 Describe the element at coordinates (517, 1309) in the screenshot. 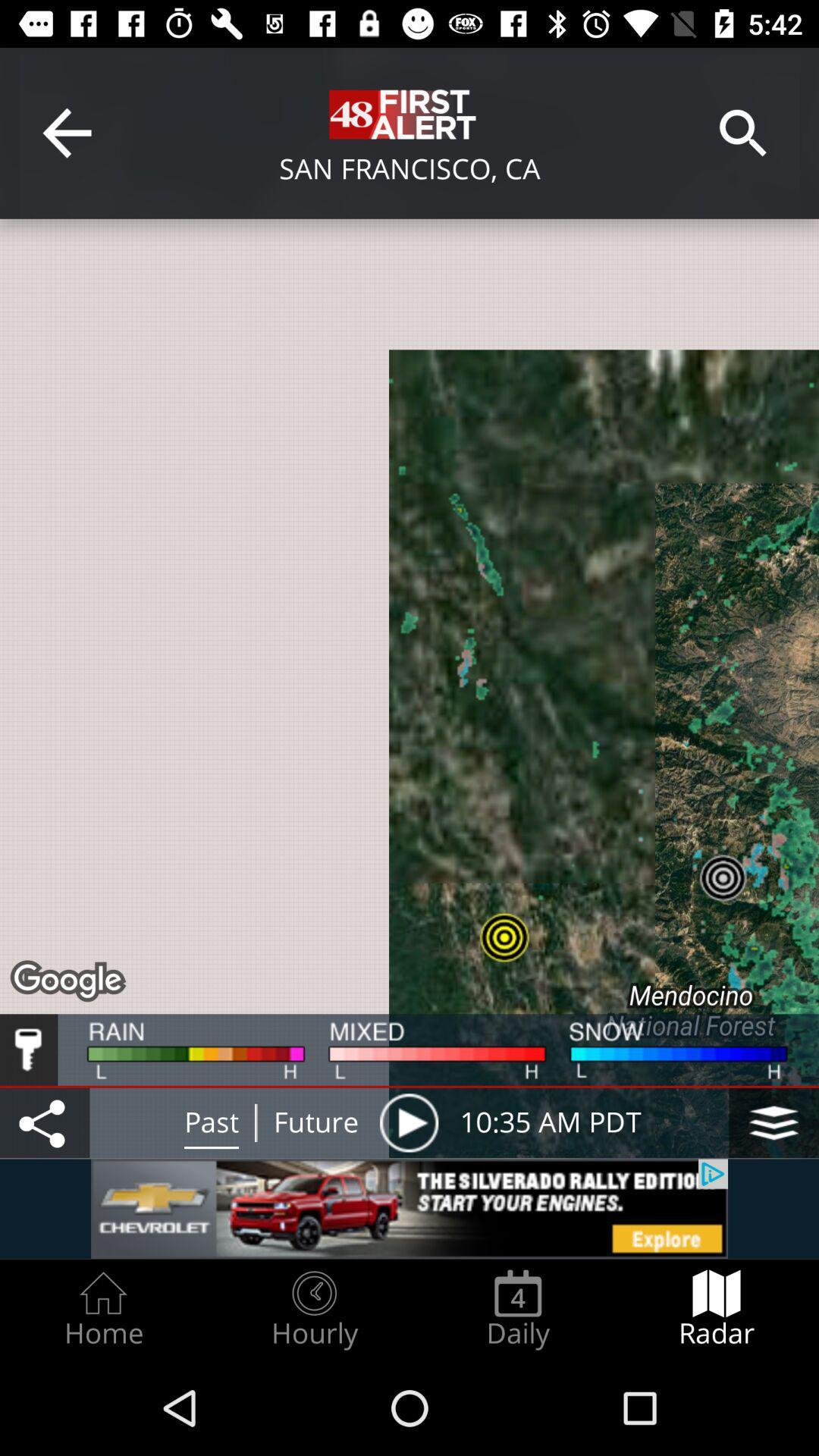

I see `the daily item` at that location.